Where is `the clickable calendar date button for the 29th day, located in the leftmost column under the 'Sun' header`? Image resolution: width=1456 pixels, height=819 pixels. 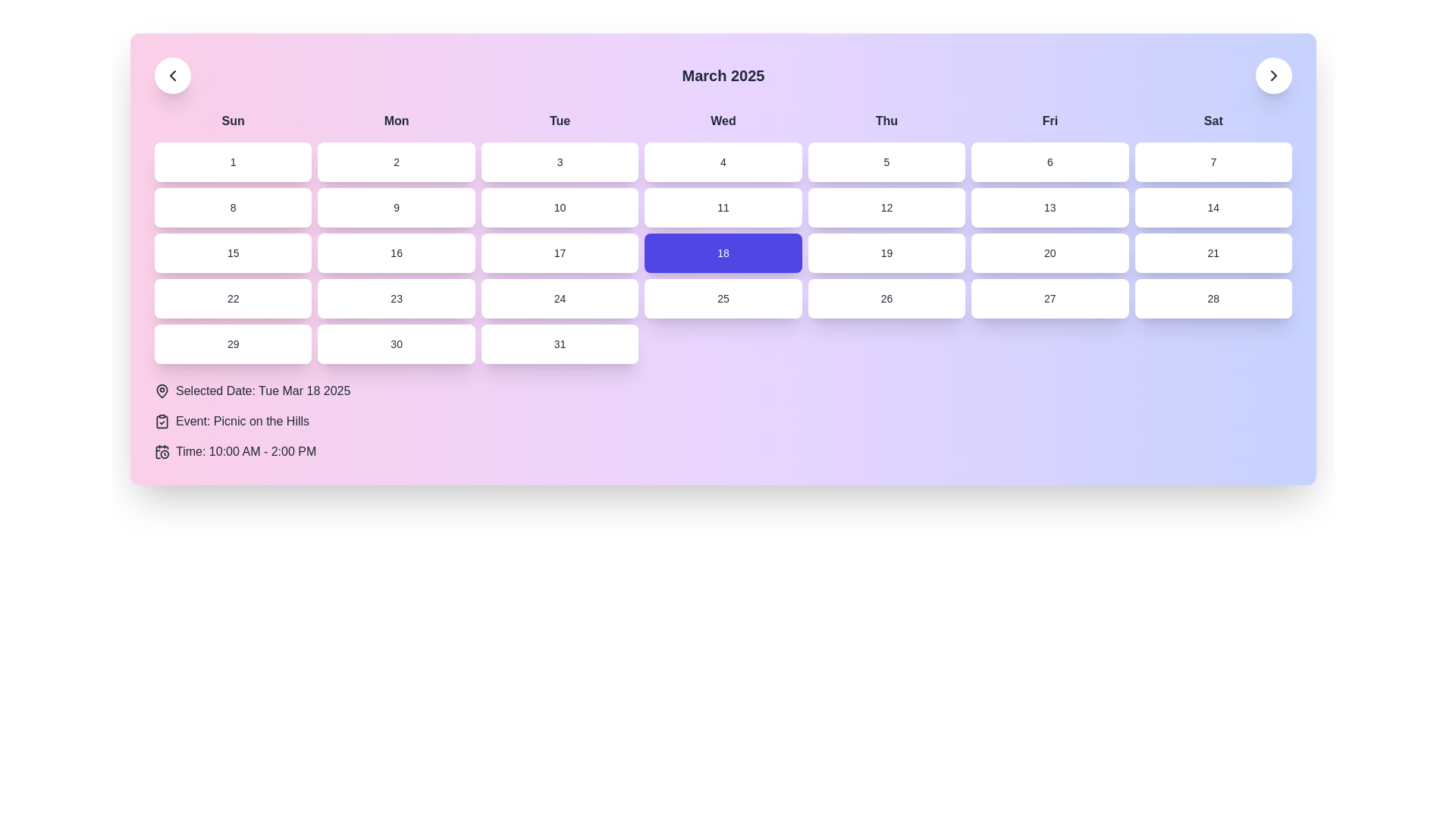 the clickable calendar date button for the 29th day, located in the leftmost column under the 'Sun' header is located at coordinates (232, 344).